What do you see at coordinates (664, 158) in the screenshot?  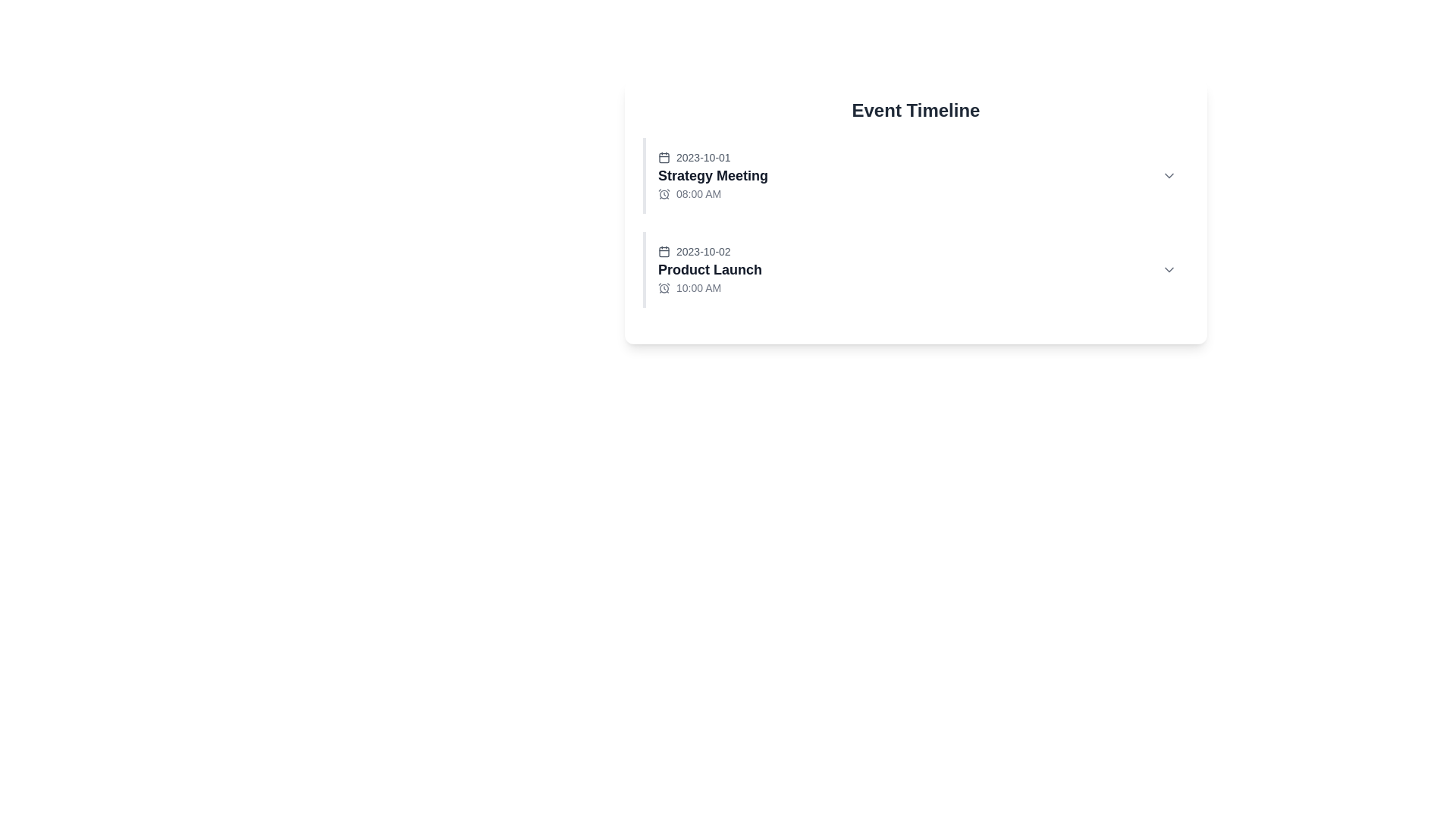 I see `the date entry icon representing '2023-10-01' in the timeline view` at bounding box center [664, 158].